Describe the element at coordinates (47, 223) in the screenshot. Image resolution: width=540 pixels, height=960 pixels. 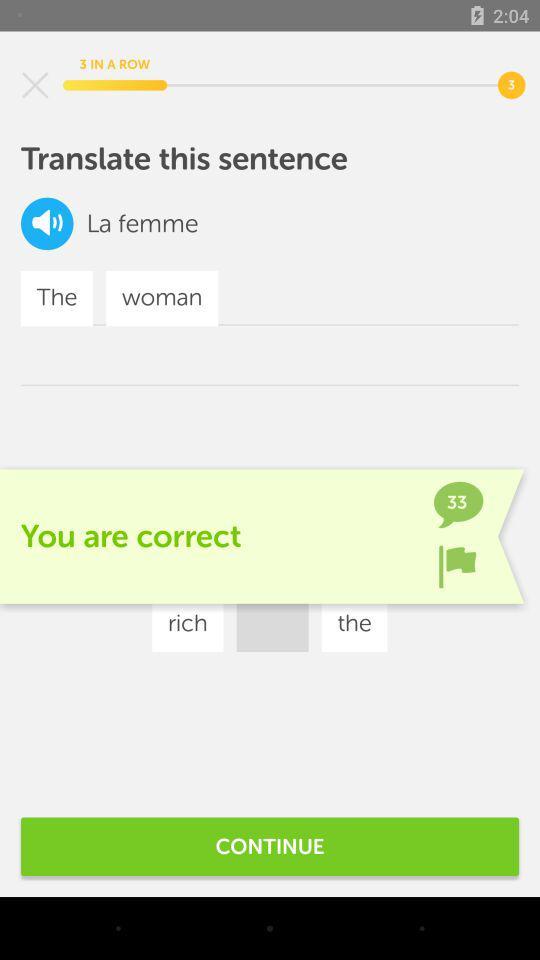
I see `icon above the the item` at that location.